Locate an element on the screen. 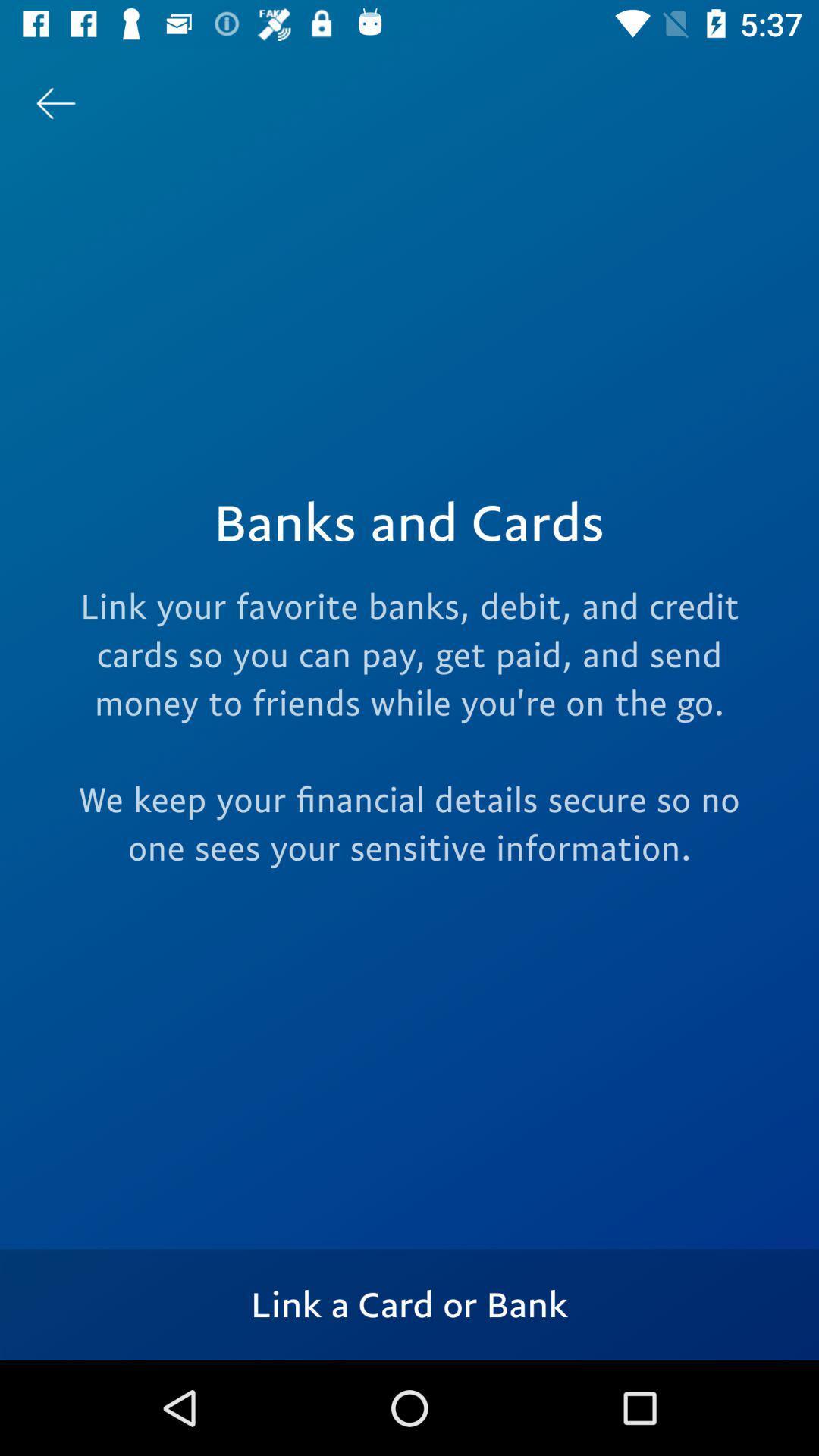 This screenshot has height=1456, width=819. link a card icon is located at coordinates (409, 1304).